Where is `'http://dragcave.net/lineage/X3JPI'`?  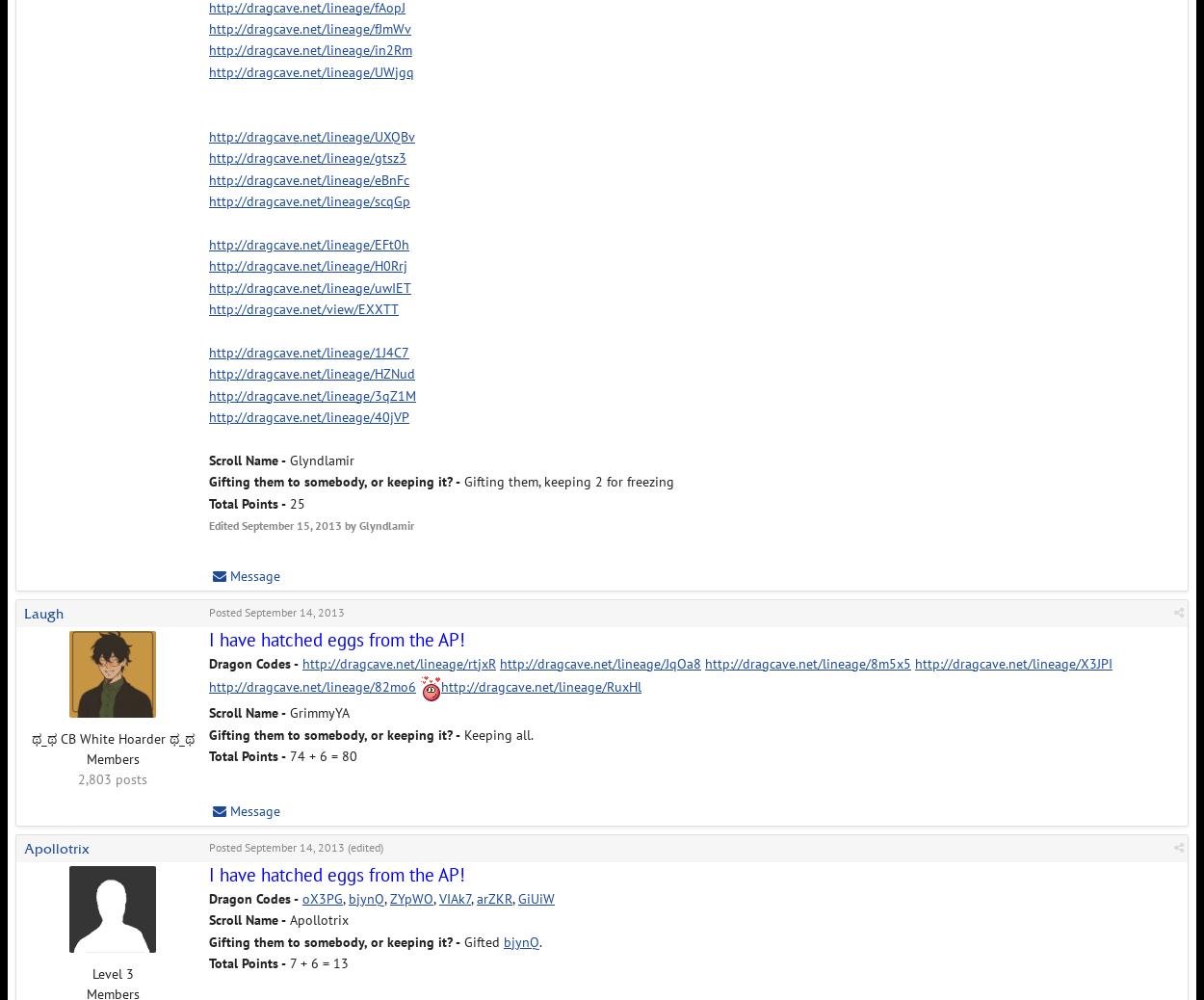
'http://dragcave.net/lineage/X3JPI' is located at coordinates (914, 661).